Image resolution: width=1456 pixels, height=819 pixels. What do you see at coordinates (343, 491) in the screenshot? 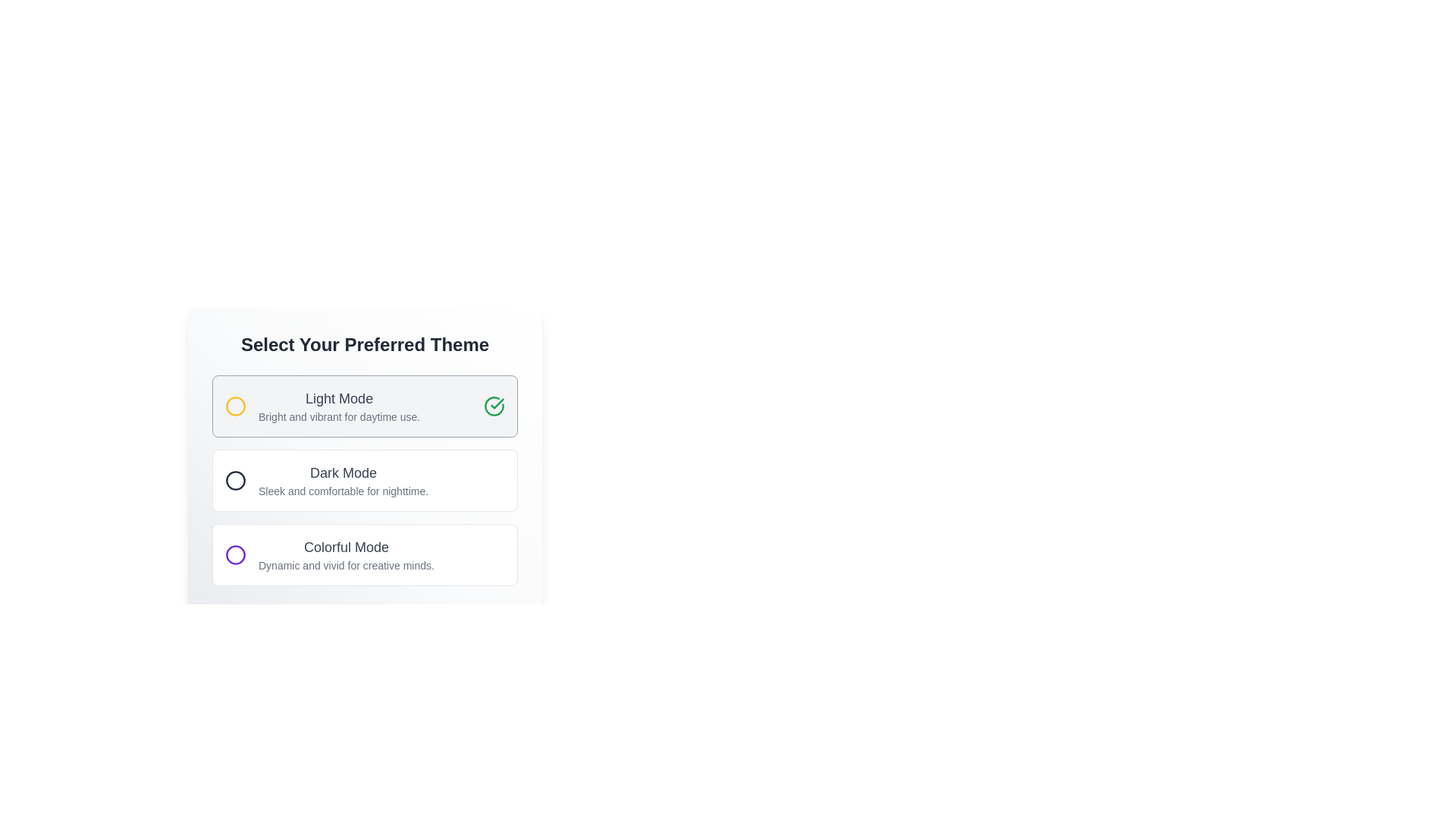
I see `the text label stating 'Sleek and comfortable for nighttime.' located under the 'Dark Mode' title` at bounding box center [343, 491].